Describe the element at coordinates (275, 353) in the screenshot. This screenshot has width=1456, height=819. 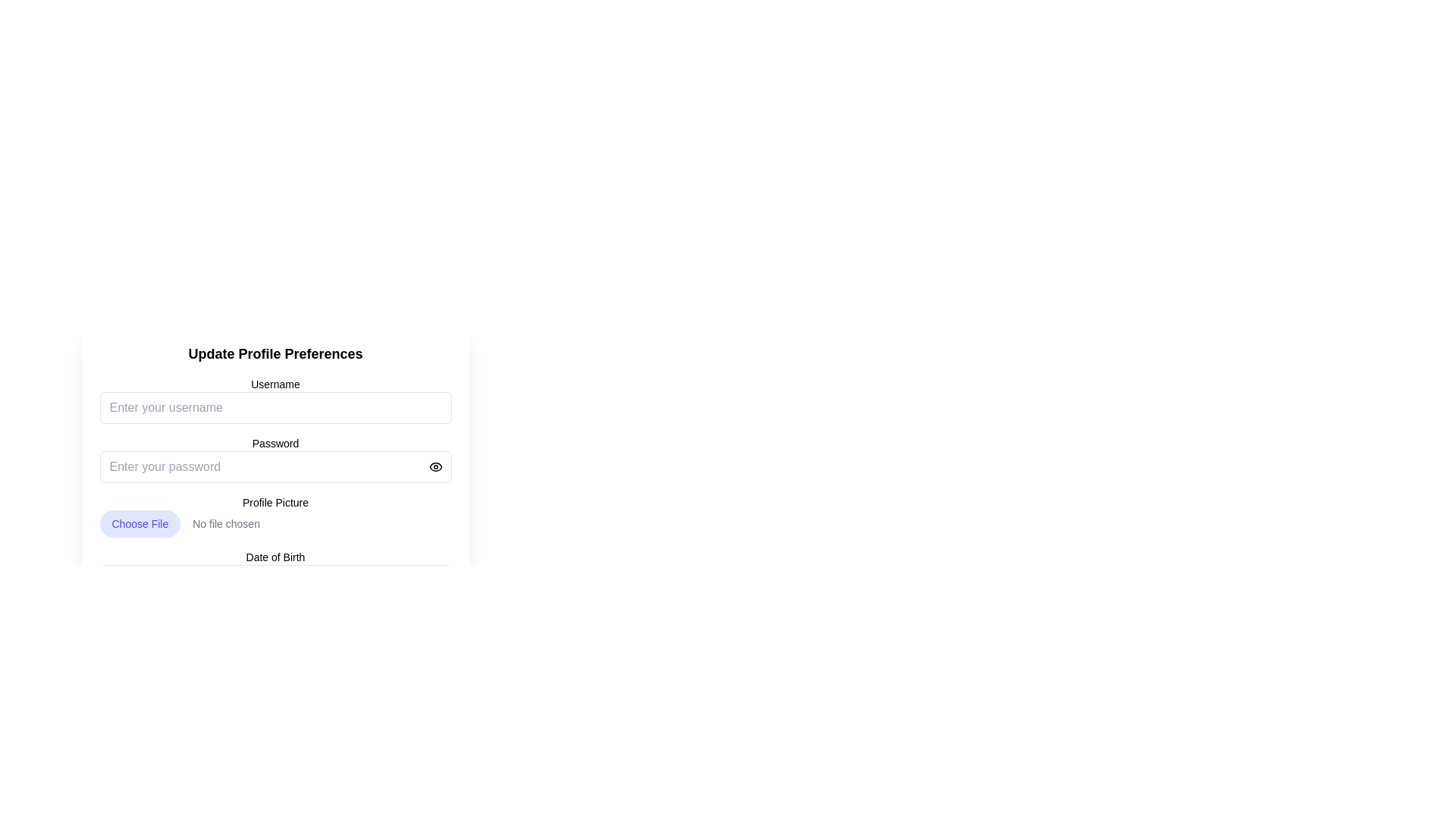
I see `the Static Text Header located at the top of the form that includes fields for 'Username', 'Password', 'Profile Picture', and 'Date of Birth'` at that location.